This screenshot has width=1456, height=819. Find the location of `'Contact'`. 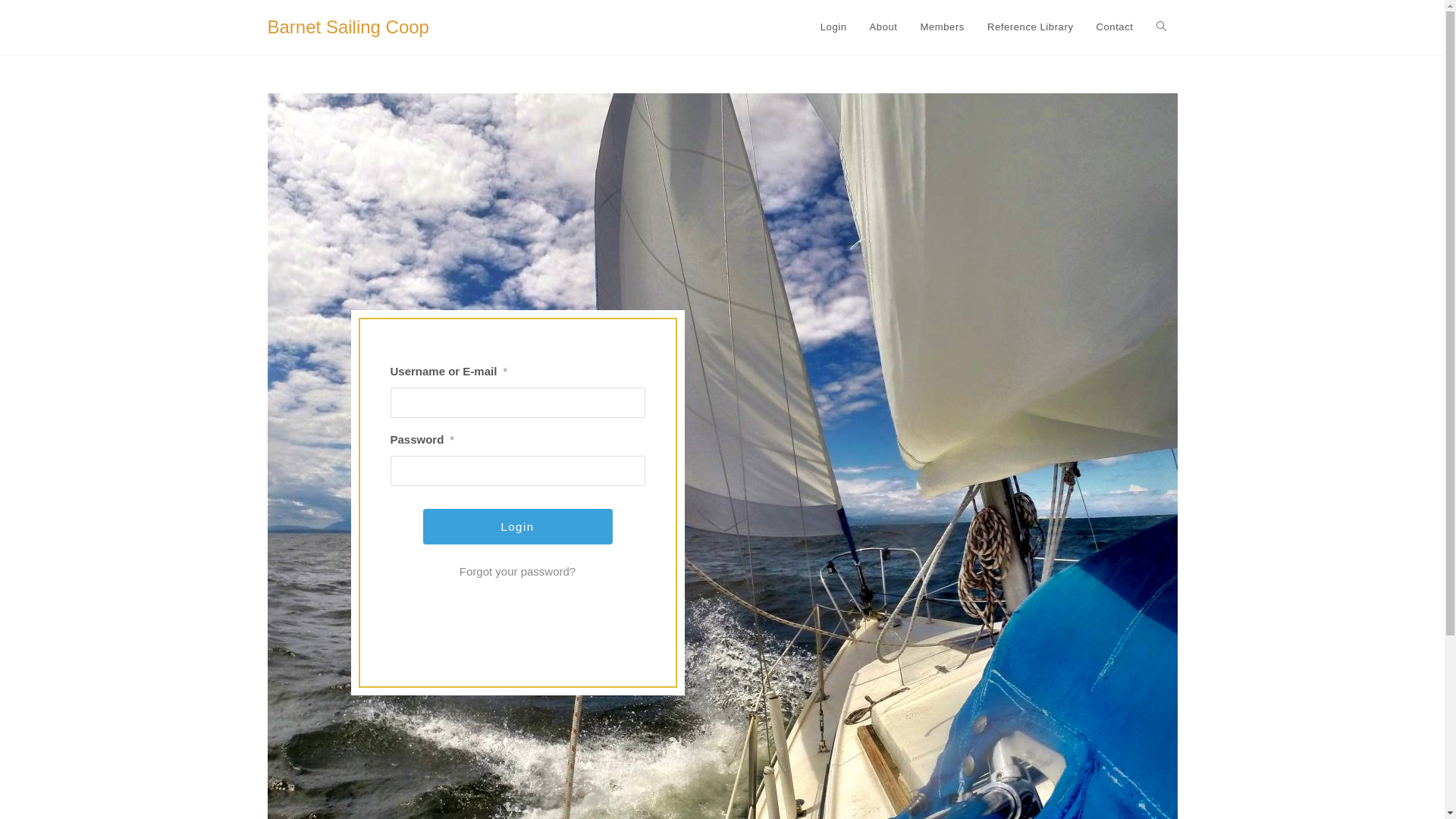

'Contact' is located at coordinates (1084, 27).